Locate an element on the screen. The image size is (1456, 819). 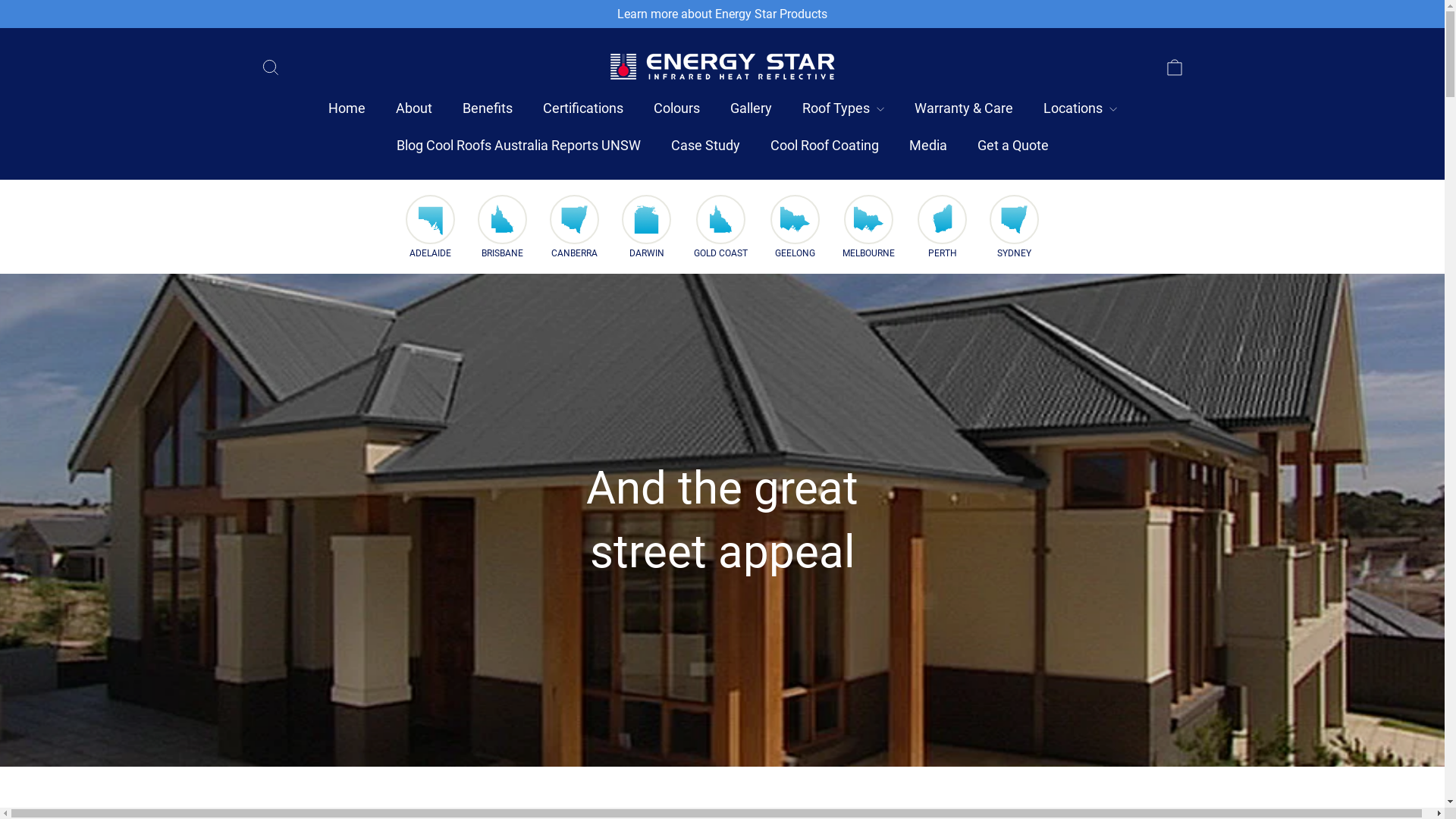
'Media' is located at coordinates (893, 146).